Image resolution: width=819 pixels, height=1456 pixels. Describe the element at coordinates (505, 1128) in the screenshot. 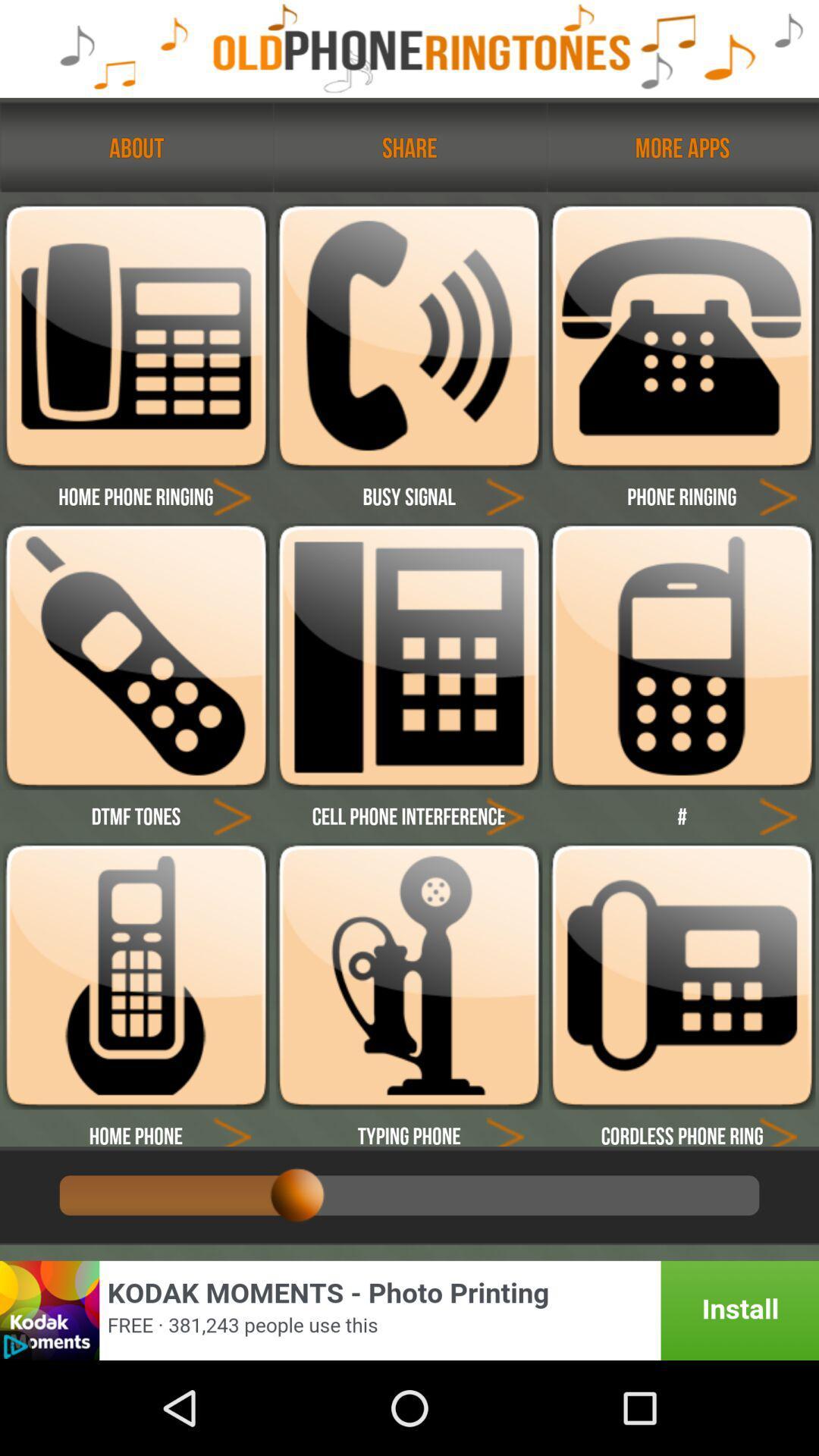

I see `next` at that location.